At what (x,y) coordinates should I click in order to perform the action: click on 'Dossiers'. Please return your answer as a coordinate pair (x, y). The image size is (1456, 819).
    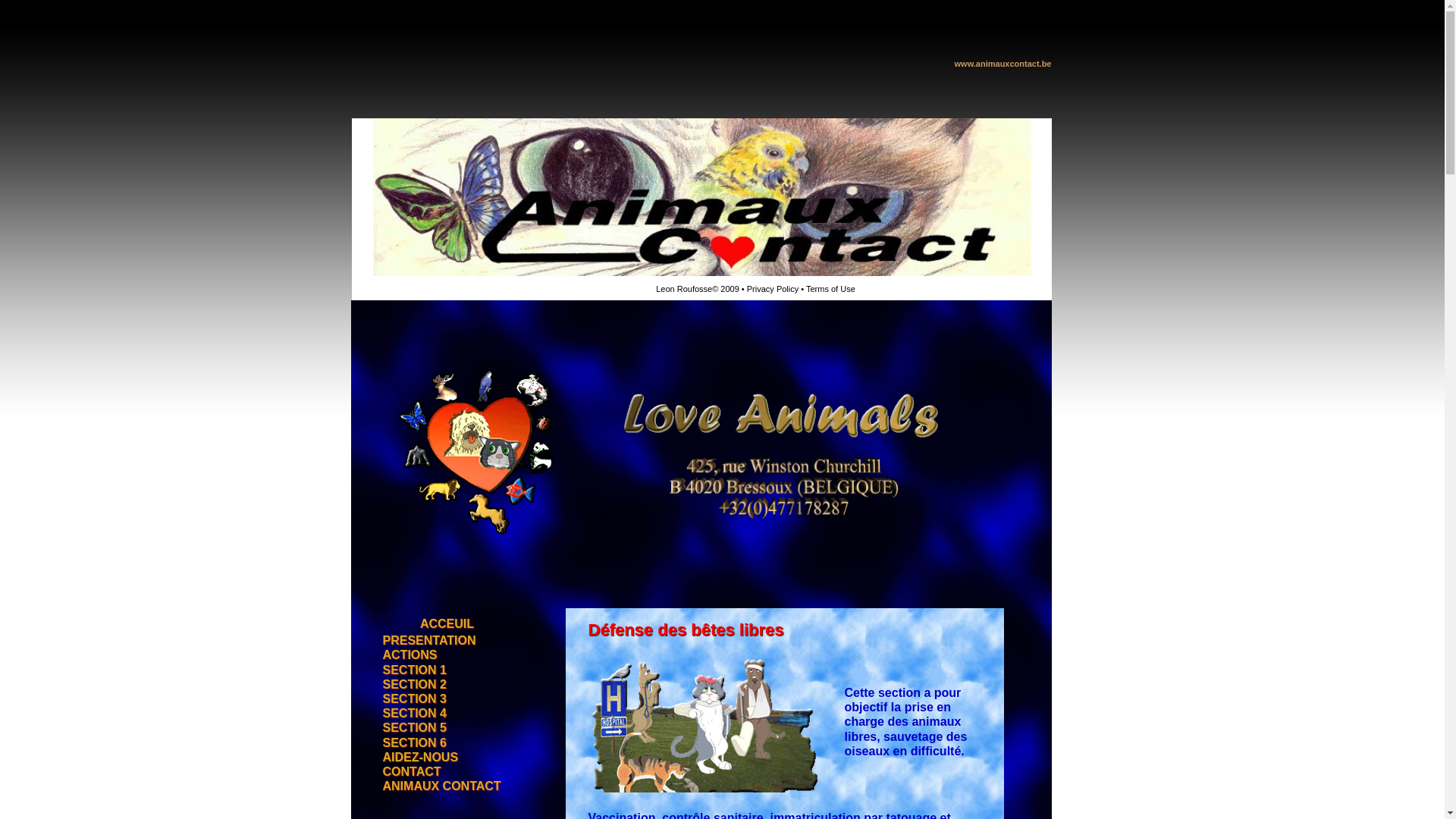
    Looking at the image, I should click on (442, 397).